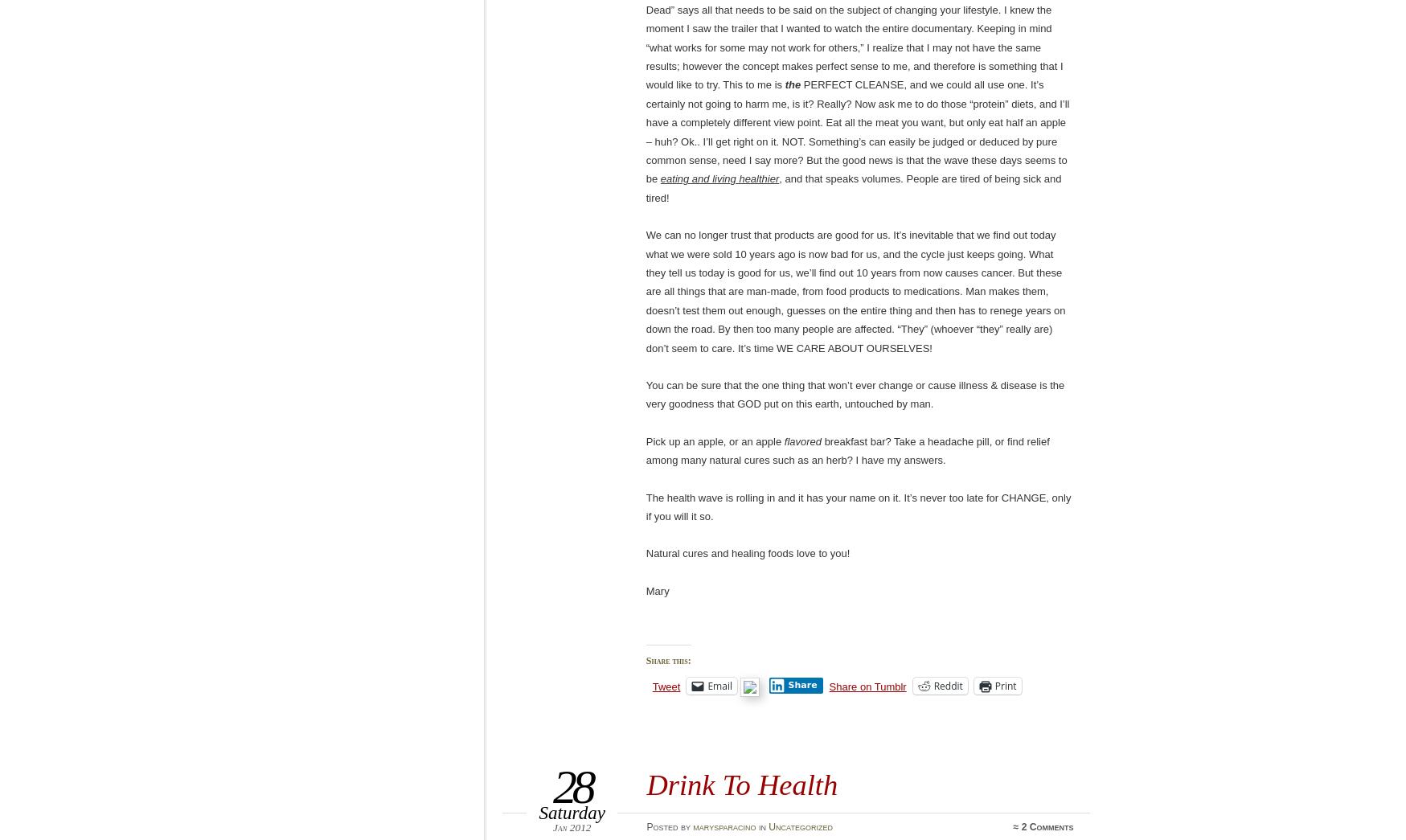 The width and height of the screenshot is (1406, 840). I want to click on 'Drink To Health', so click(741, 783).